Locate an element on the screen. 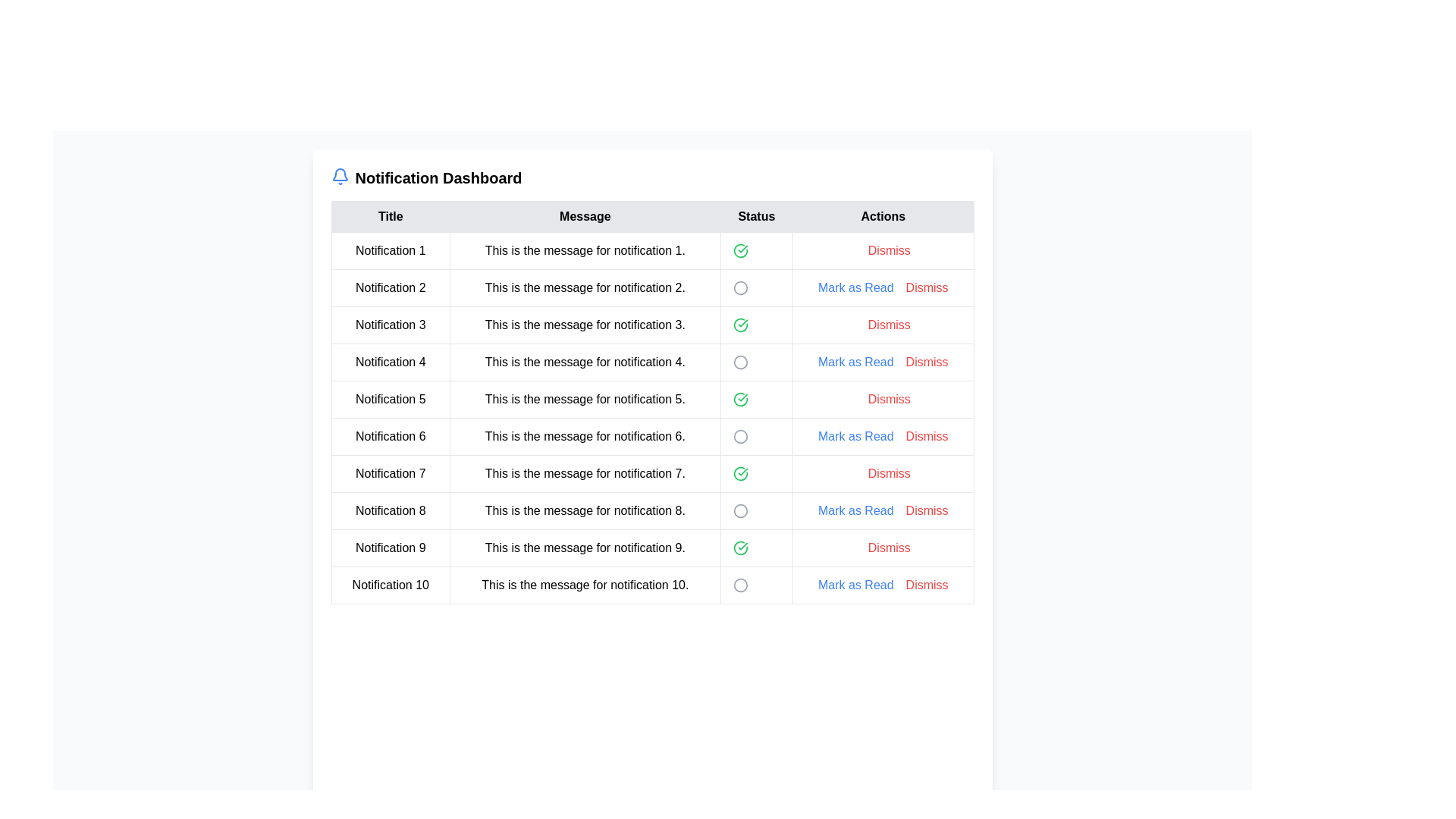 This screenshot has width=1456, height=819. the 'Mark as Read' hyperlink in the Actions column for 'Notification 6' to mark the notification as read is located at coordinates (883, 436).